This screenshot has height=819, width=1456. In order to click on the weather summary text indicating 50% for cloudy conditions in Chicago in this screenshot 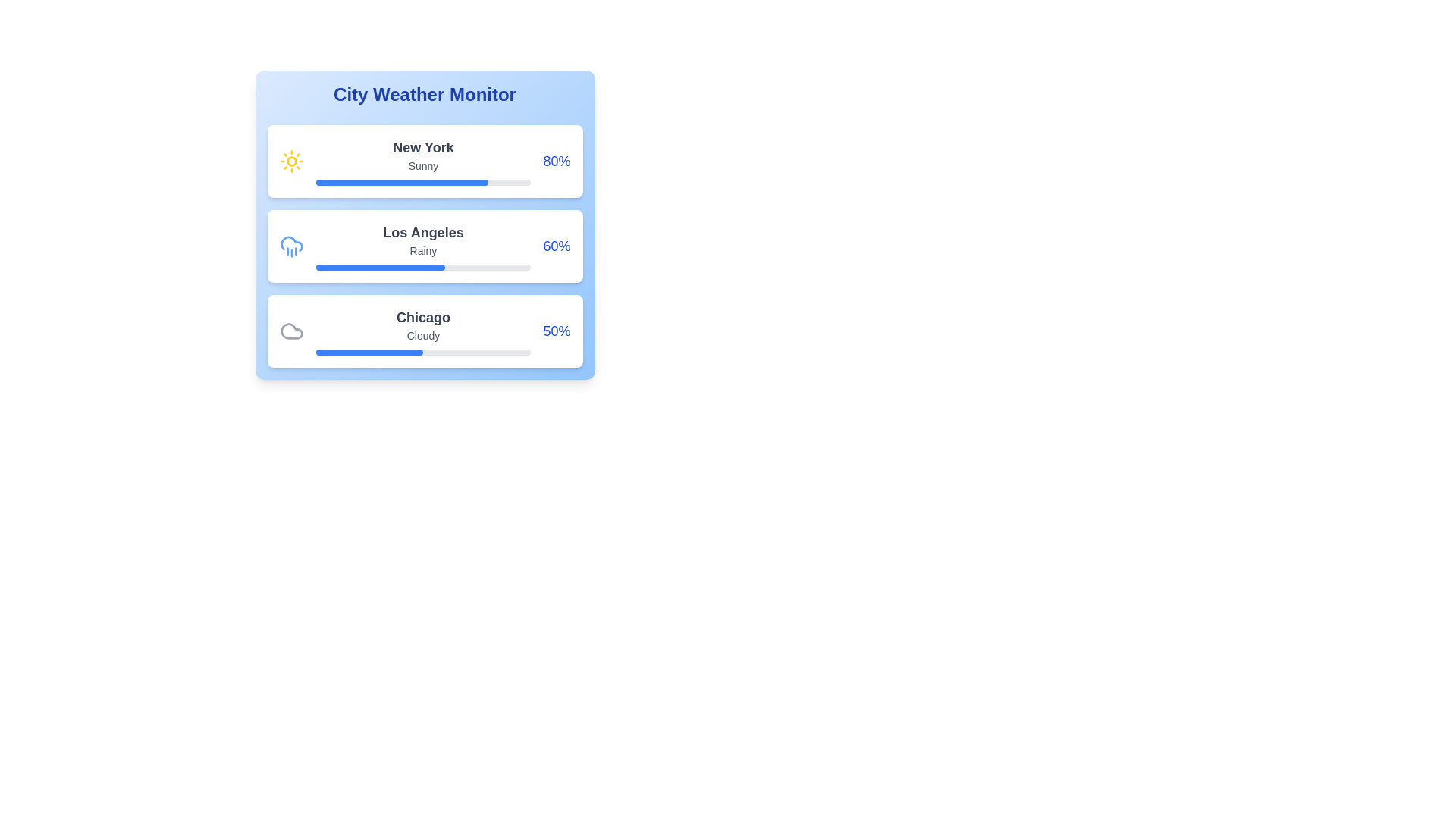, I will do `click(423, 330)`.